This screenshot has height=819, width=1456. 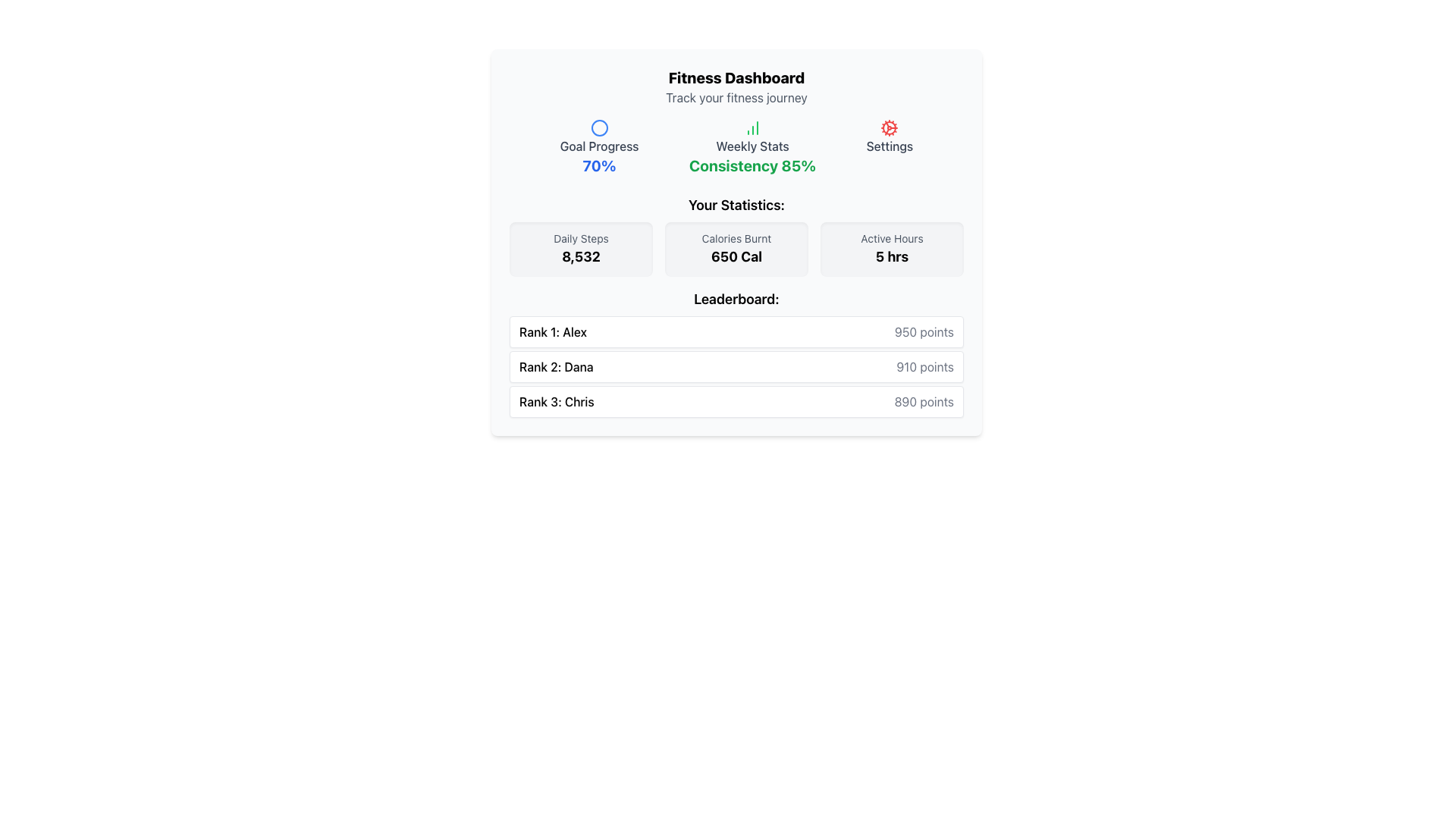 I want to click on the daily step count text located within the 'Daily Steps' card, which is directly below the 'Daily Steps' label in the 'Your Statistics' section, so click(x=580, y=256).